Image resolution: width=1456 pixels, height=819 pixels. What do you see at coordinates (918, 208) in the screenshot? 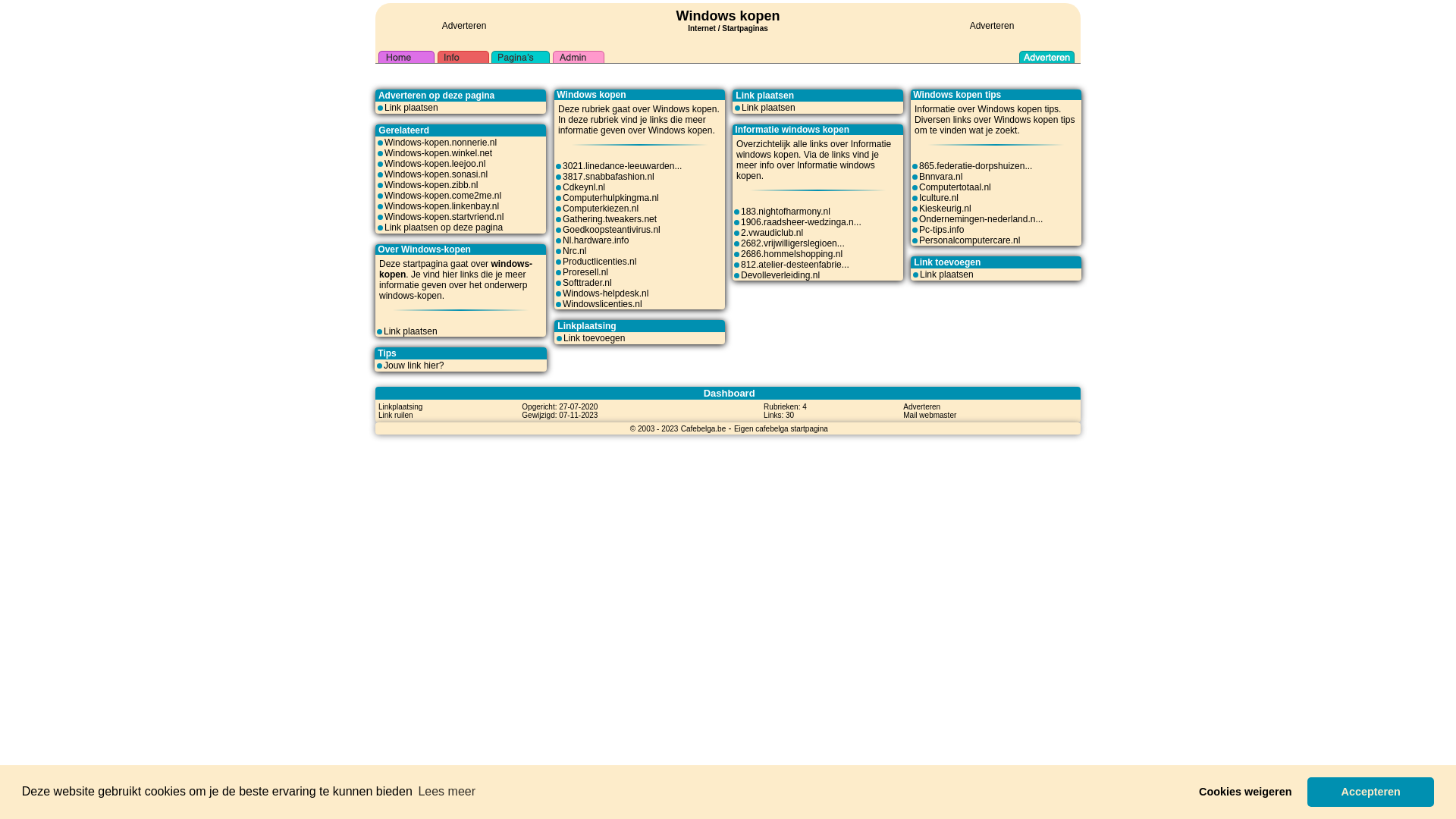
I see `'Kieskeurig.nl'` at bounding box center [918, 208].